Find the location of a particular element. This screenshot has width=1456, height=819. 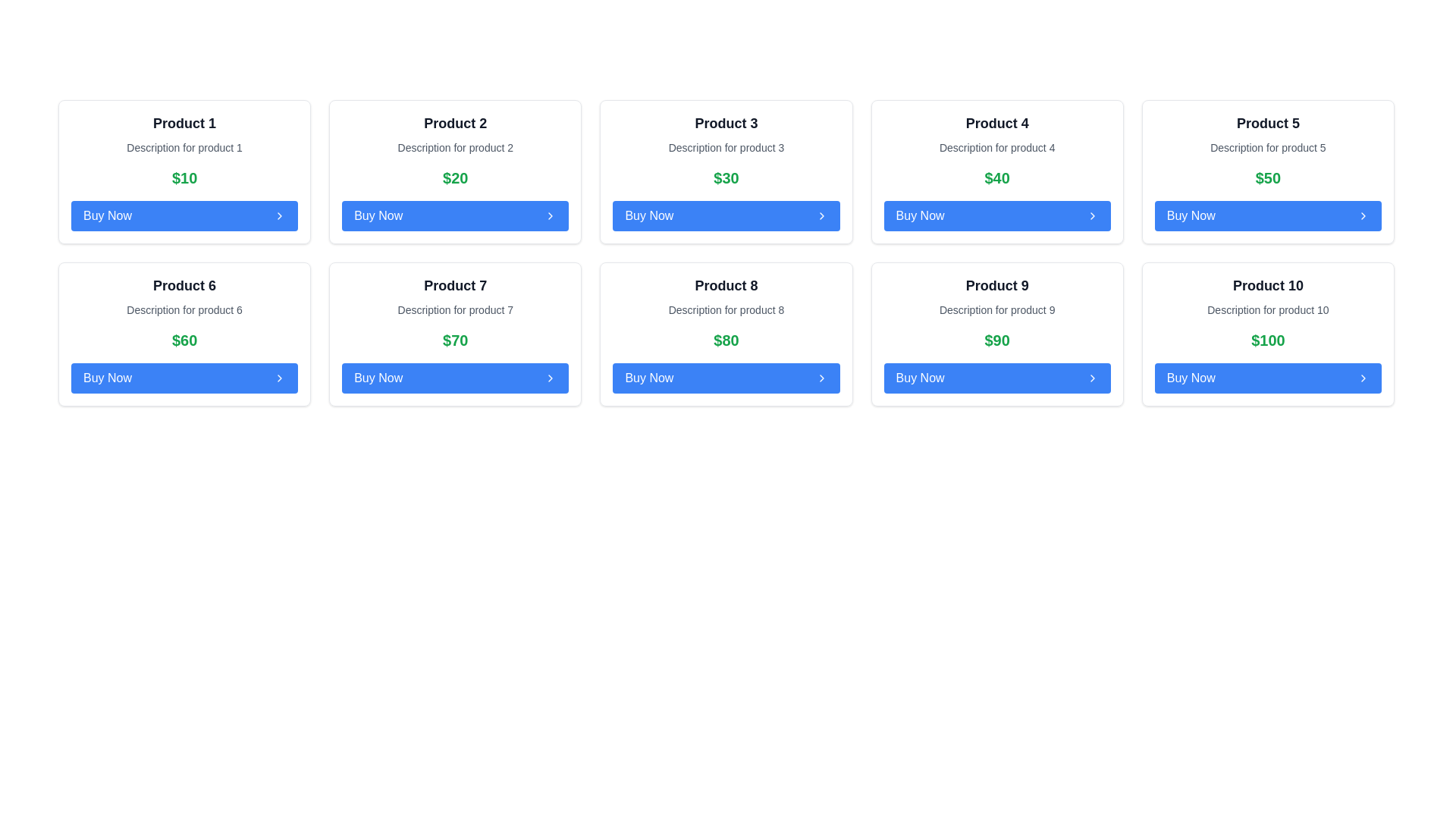

the icon inside the blue 'Buy Now' button in the 'Product 5' card located in the top row, fifth column of the grid layout is located at coordinates (1092, 216).